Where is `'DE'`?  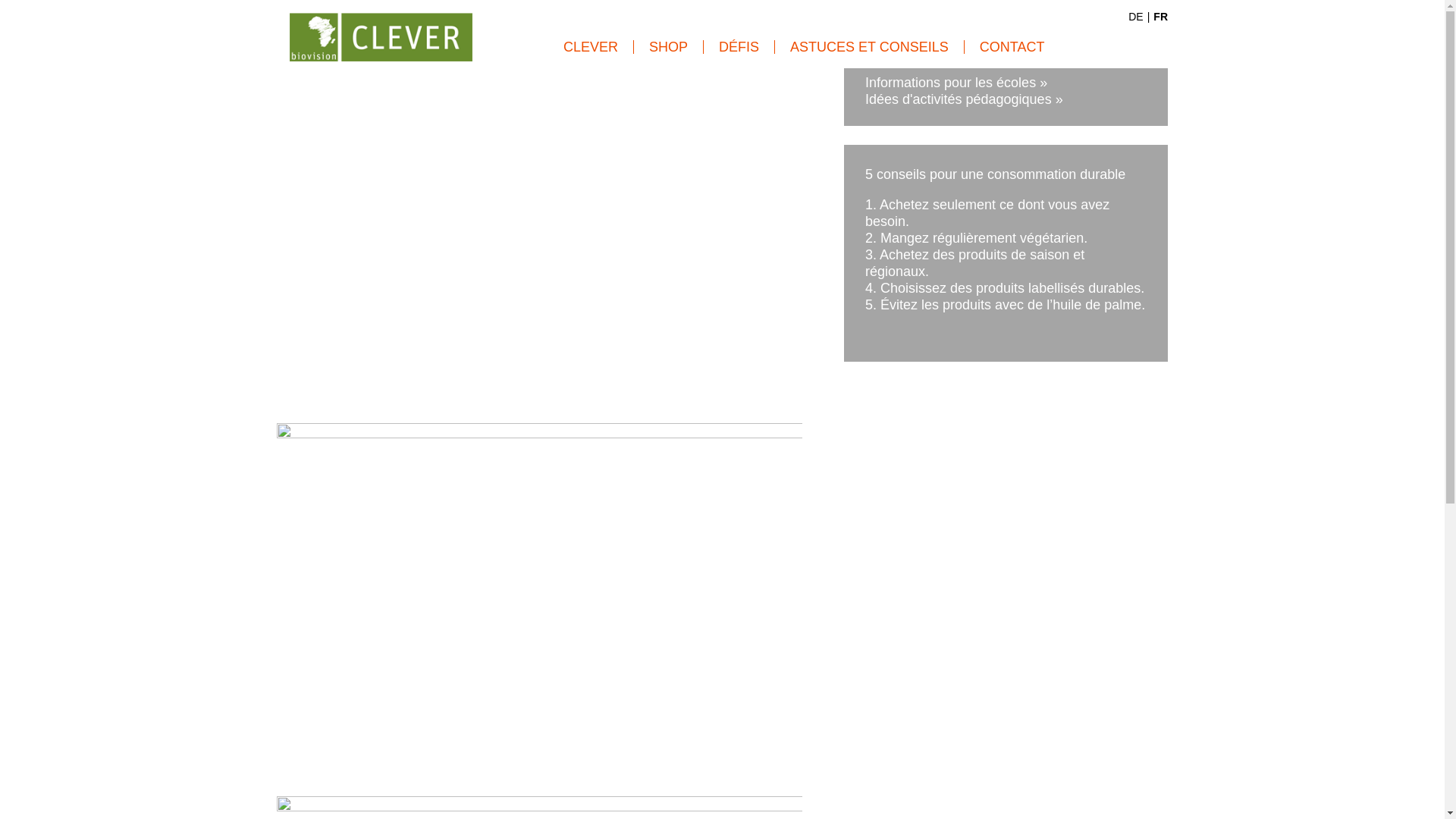 'DE' is located at coordinates (1135, 17).